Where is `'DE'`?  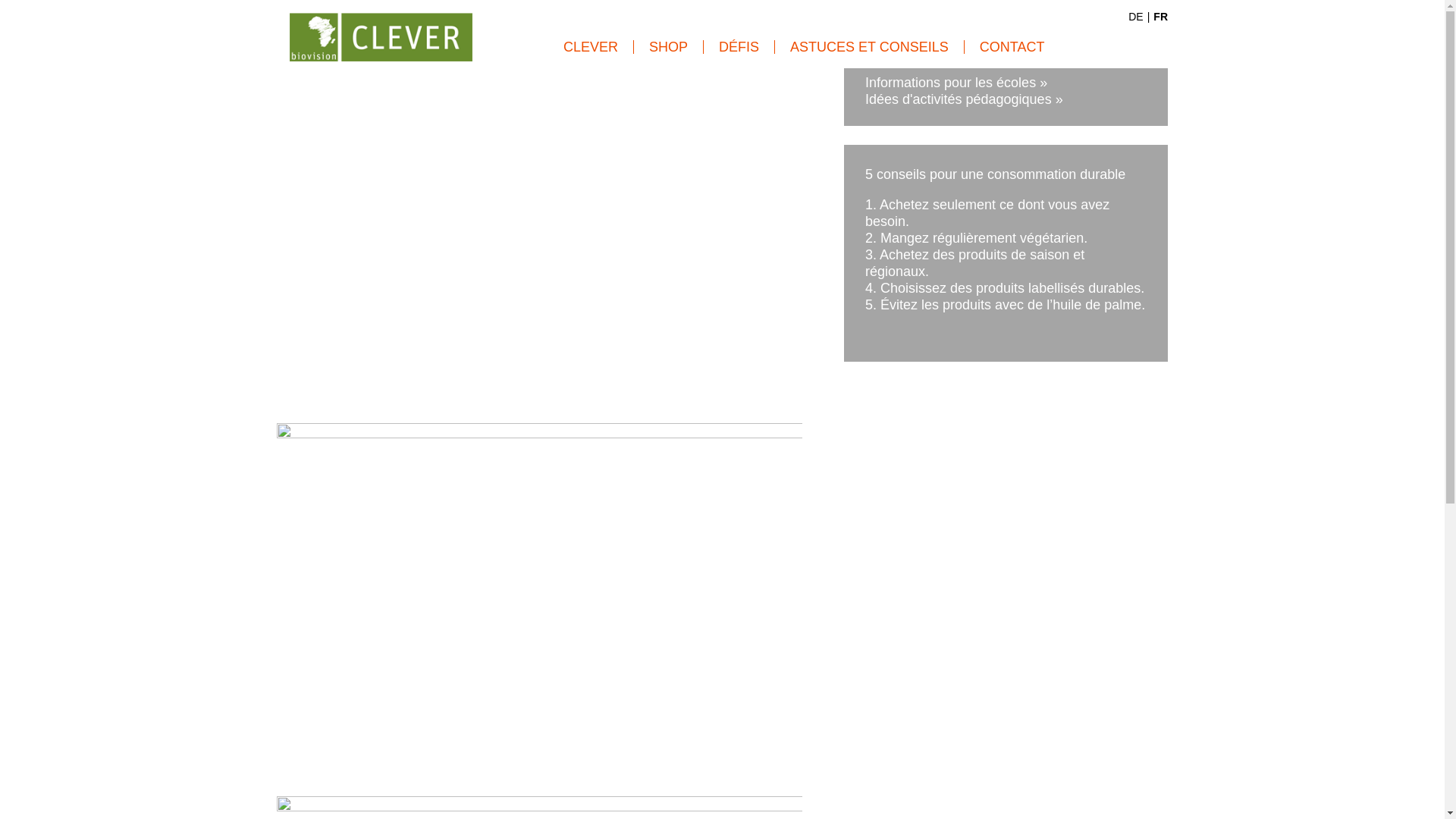 'DE' is located at coordinates (1135, 17).